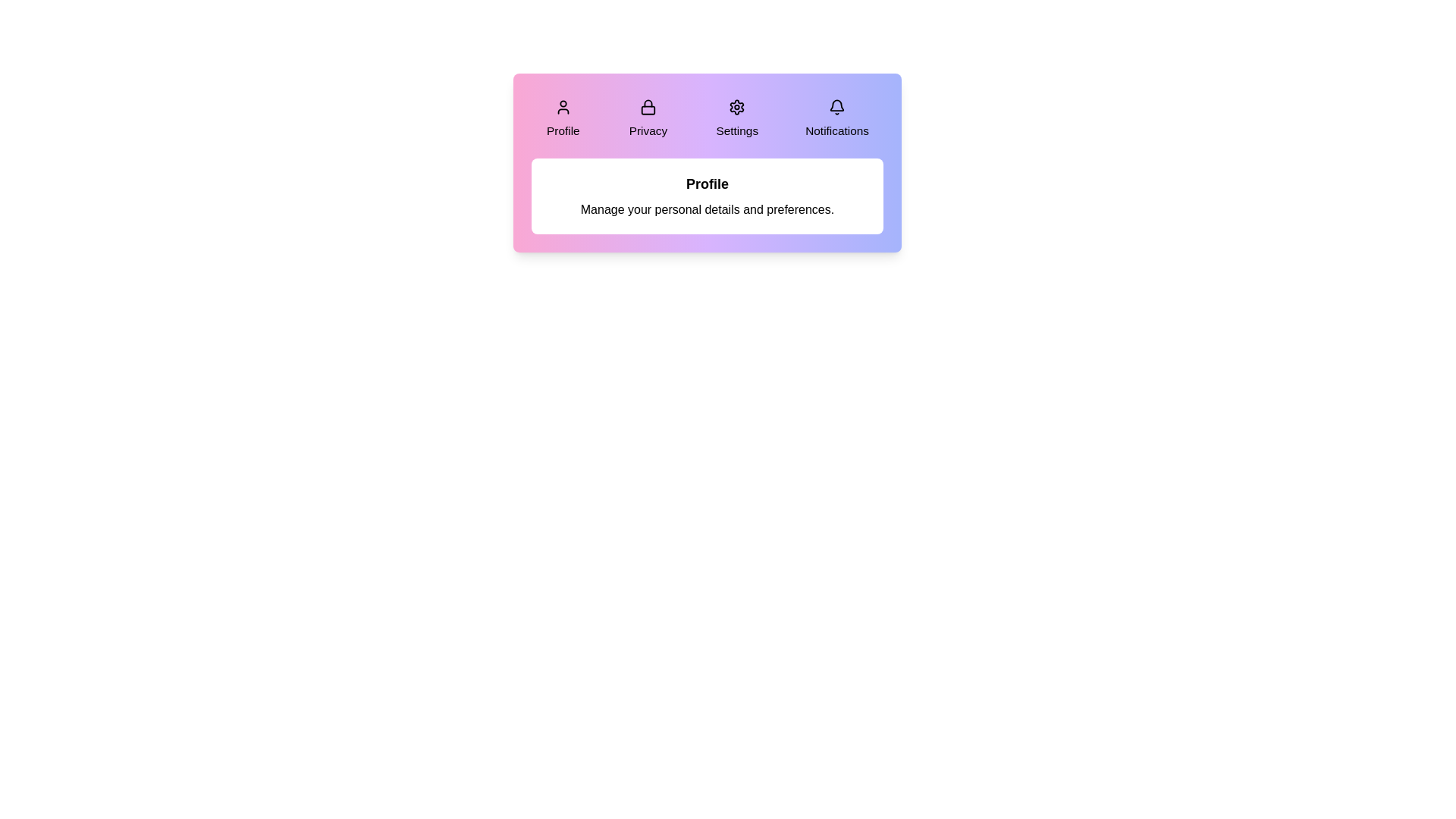 This screenshot has width=1456, height=819. Describe the element at coordinates (736, 118) in the screenshot. I see `the Settings tab by clicking on it` at that location.